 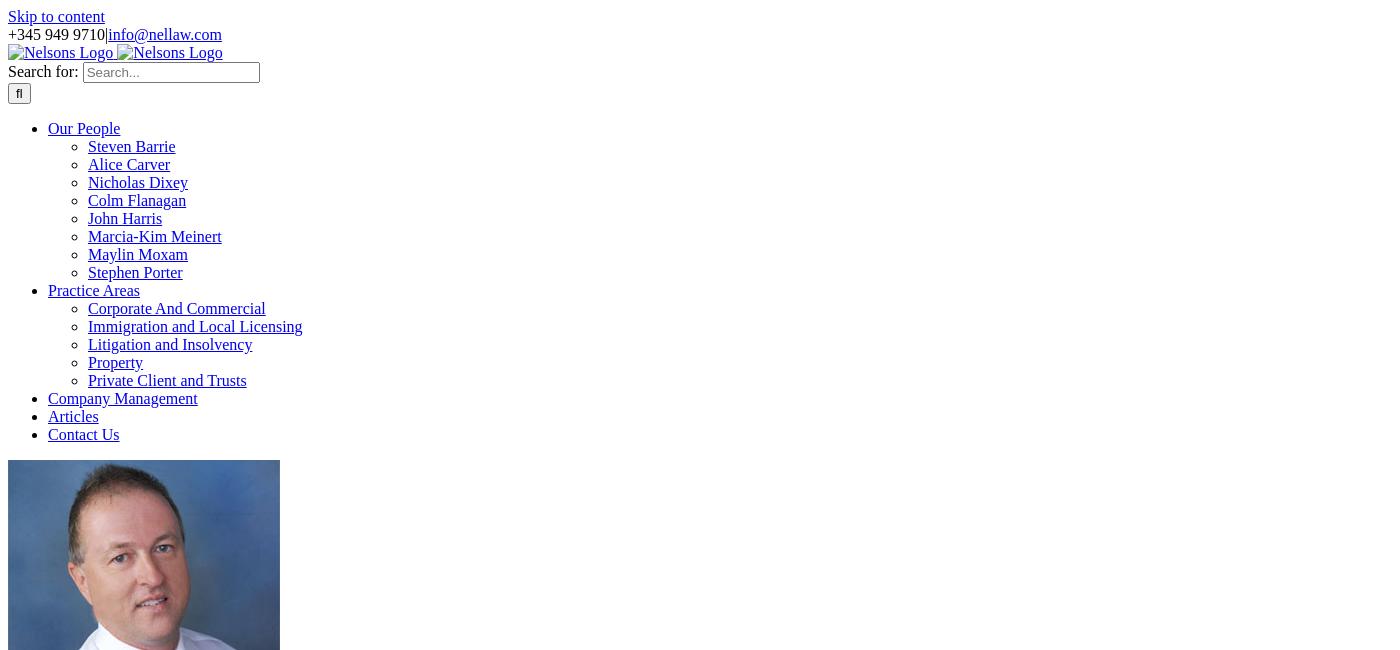 I want to click on 'Property', so click(x=115, y=361).